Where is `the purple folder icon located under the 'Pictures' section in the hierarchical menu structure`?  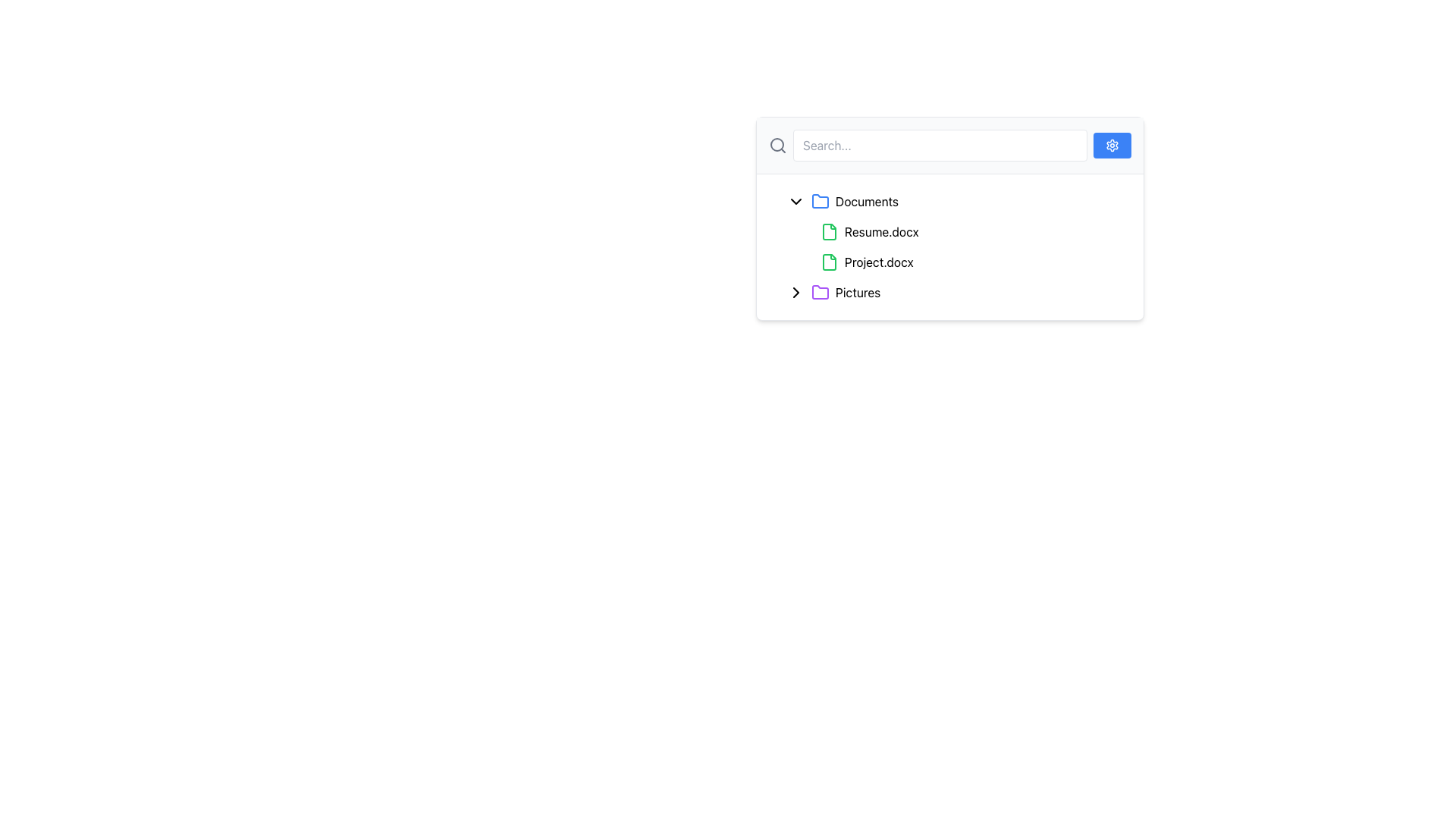
the purple folder icon located under the 'Pictures' section in the hierarchical menu structure is located at coordinates (819, 292).